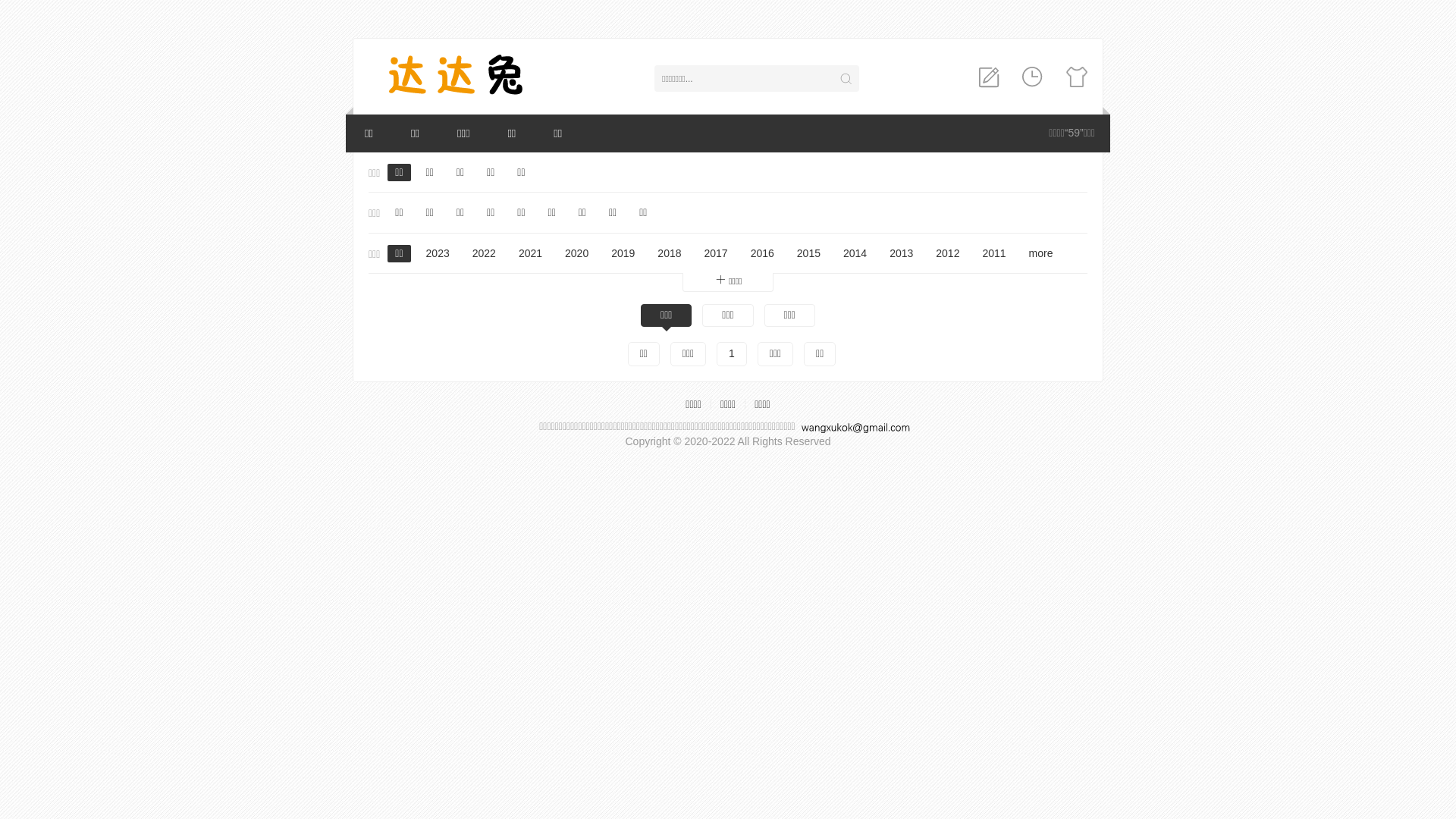  What do you see at coordinates (808, 253) in the screenshot?
I see `'2015'` at bounding box center [808, 253].